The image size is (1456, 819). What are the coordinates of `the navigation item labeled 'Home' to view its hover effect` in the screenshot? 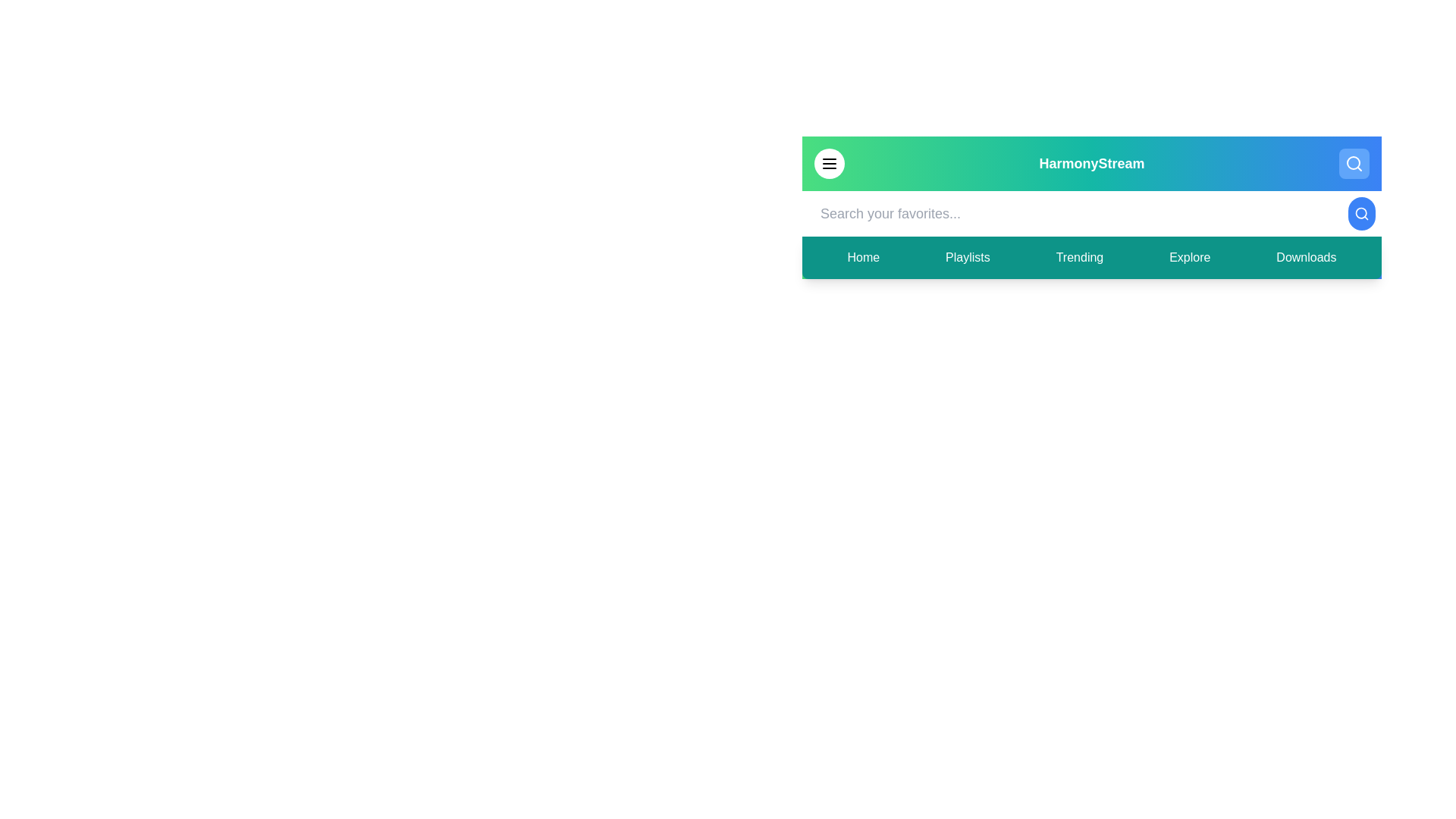 It's located at (862, 256).